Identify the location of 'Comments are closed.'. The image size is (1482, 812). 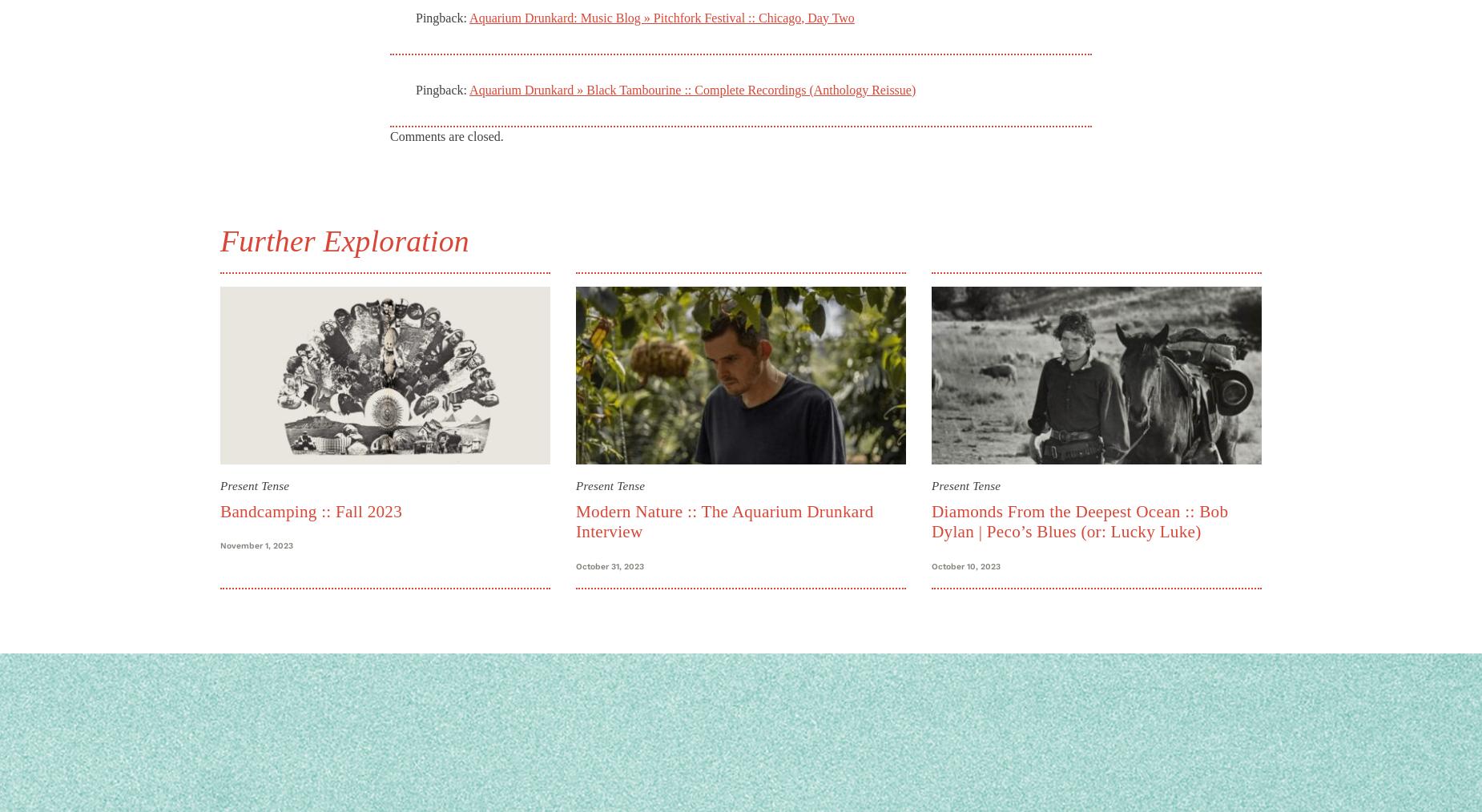
(446, 135).